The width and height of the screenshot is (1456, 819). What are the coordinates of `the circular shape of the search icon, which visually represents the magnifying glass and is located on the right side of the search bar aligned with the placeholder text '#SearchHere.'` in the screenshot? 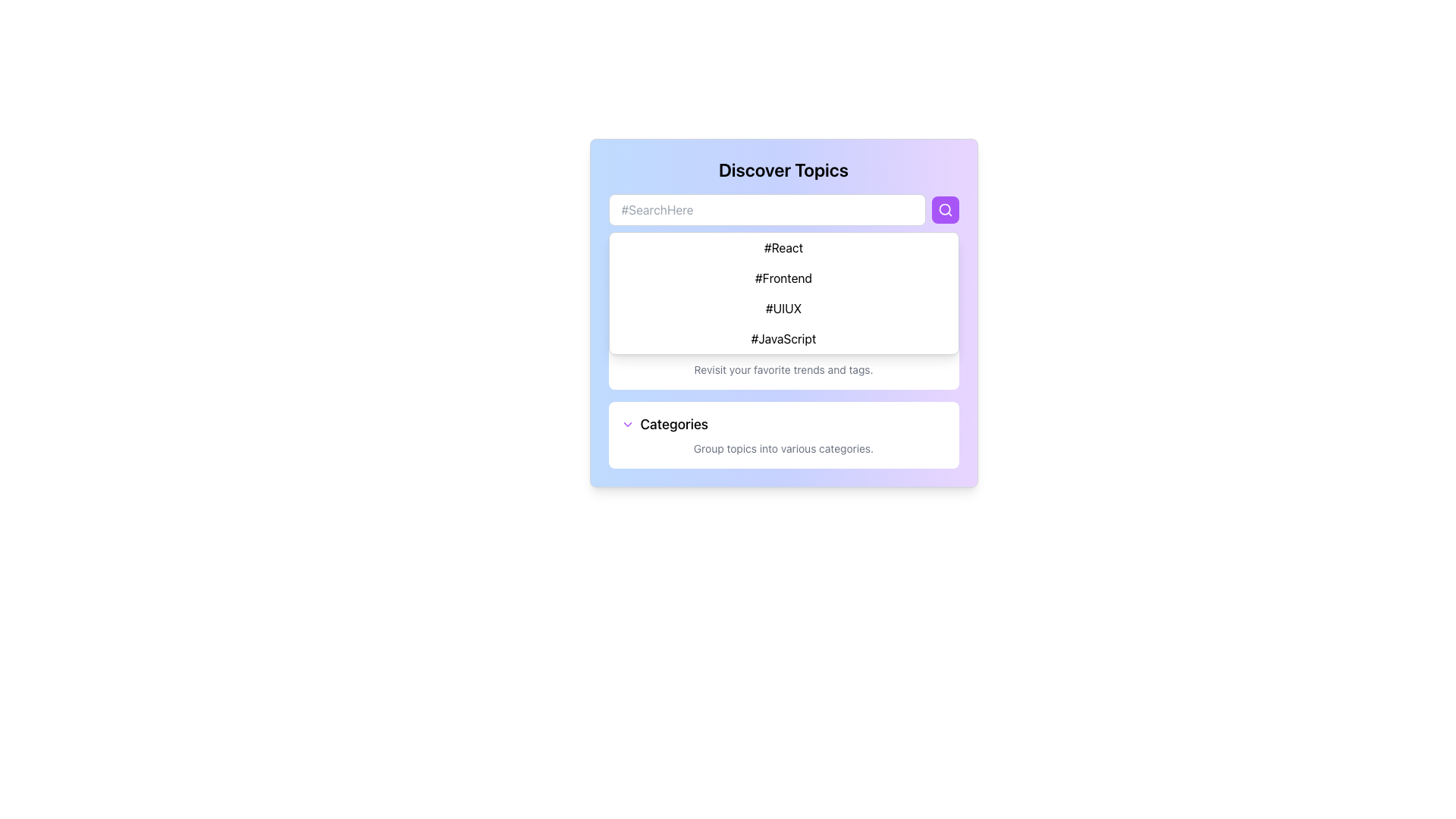 It's located at (943, 209).